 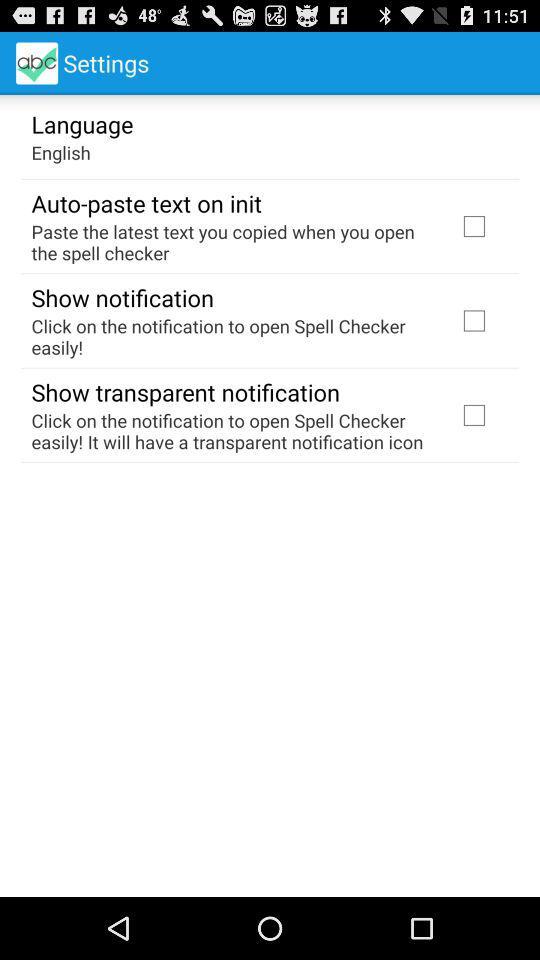 What do you see at coordinates (230, 241) in the screenshot?
I see `paste the latest icon` at bounding box center [230, 241].